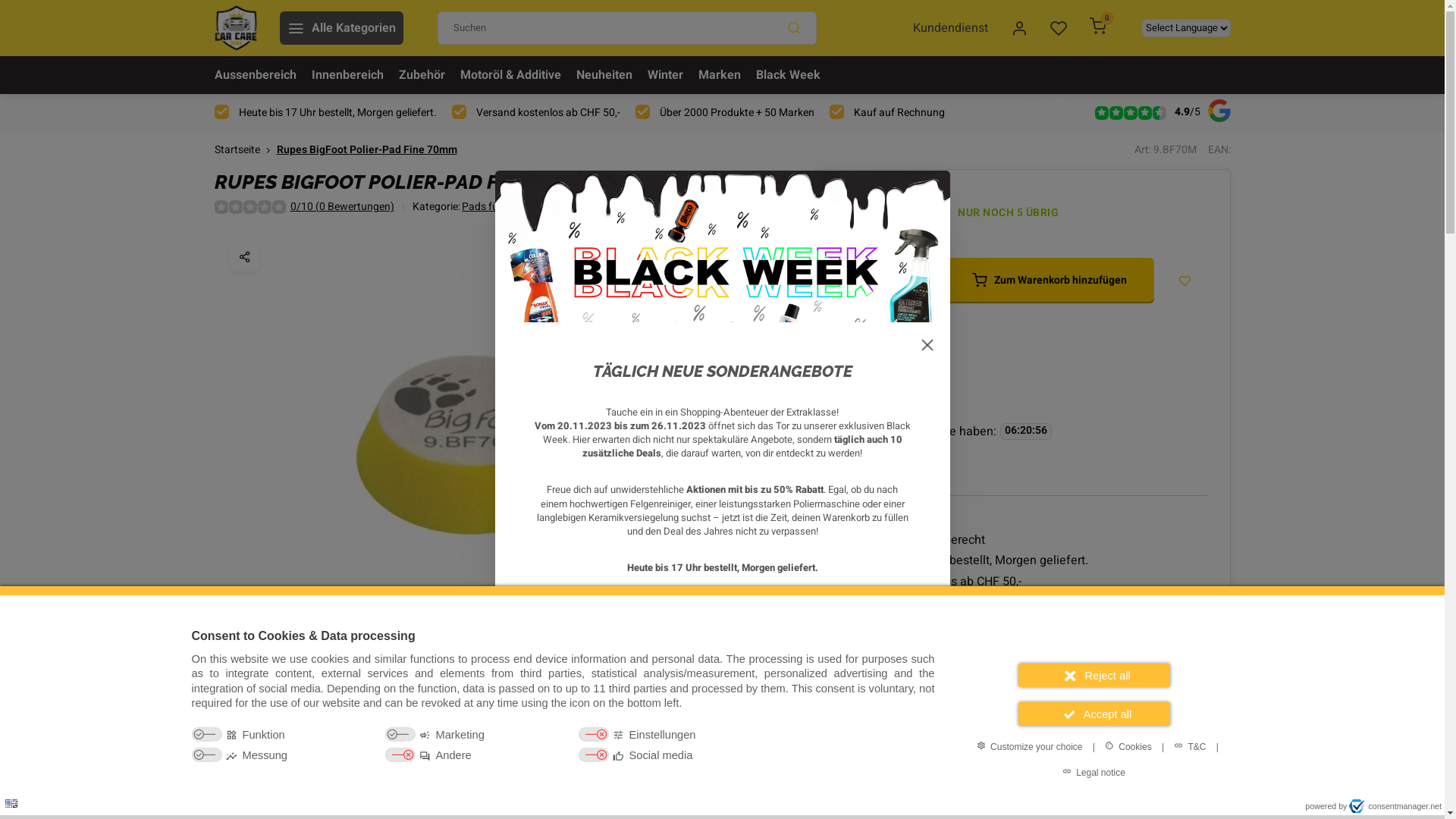 This screenshot has height=819, width=1456. Describe the element at coordinates (718, 75) in the screenshot. I see `'Marken'` at that location.